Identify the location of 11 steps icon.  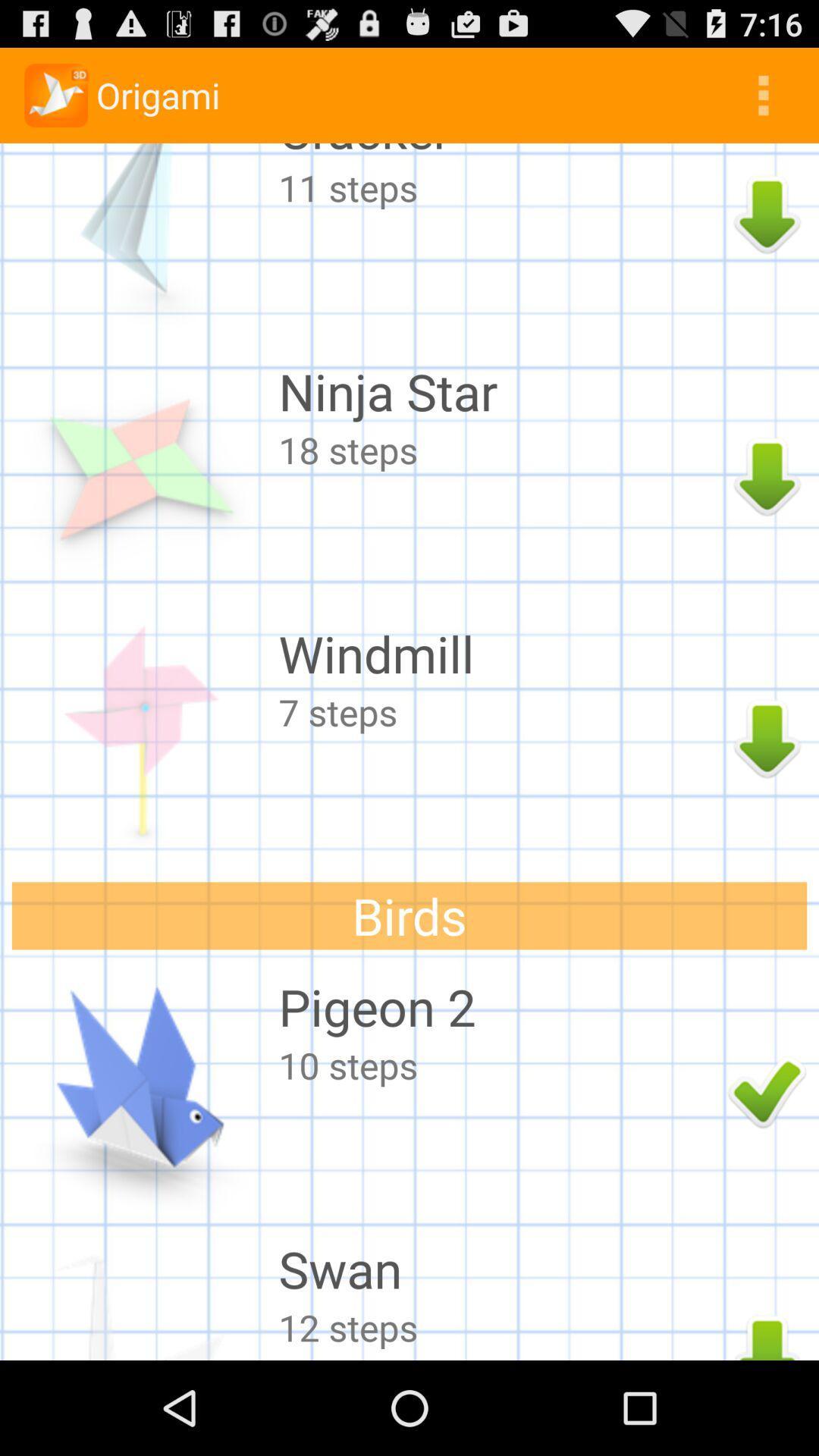
(499, 187).